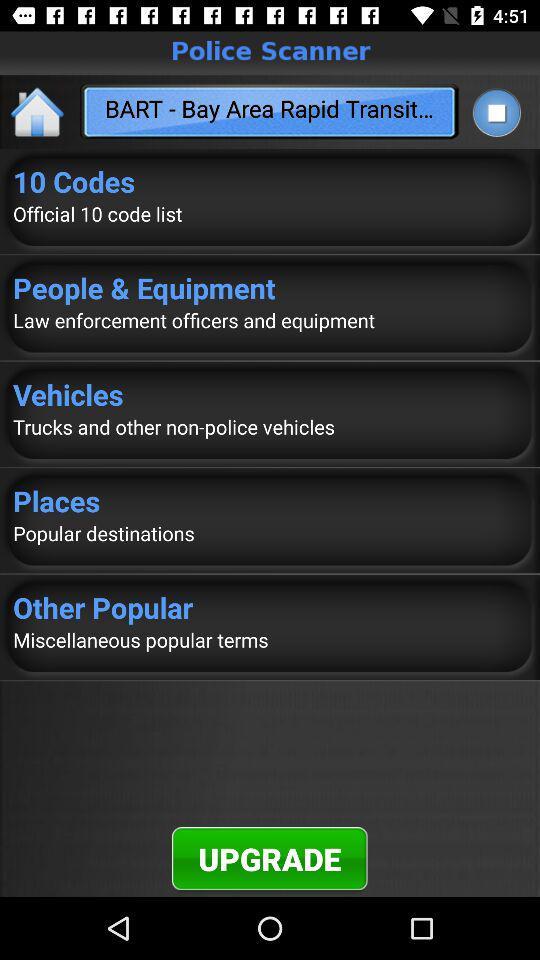 The image size is (540, 960). I want to click on the item at the top left corner, so click(38, 111).